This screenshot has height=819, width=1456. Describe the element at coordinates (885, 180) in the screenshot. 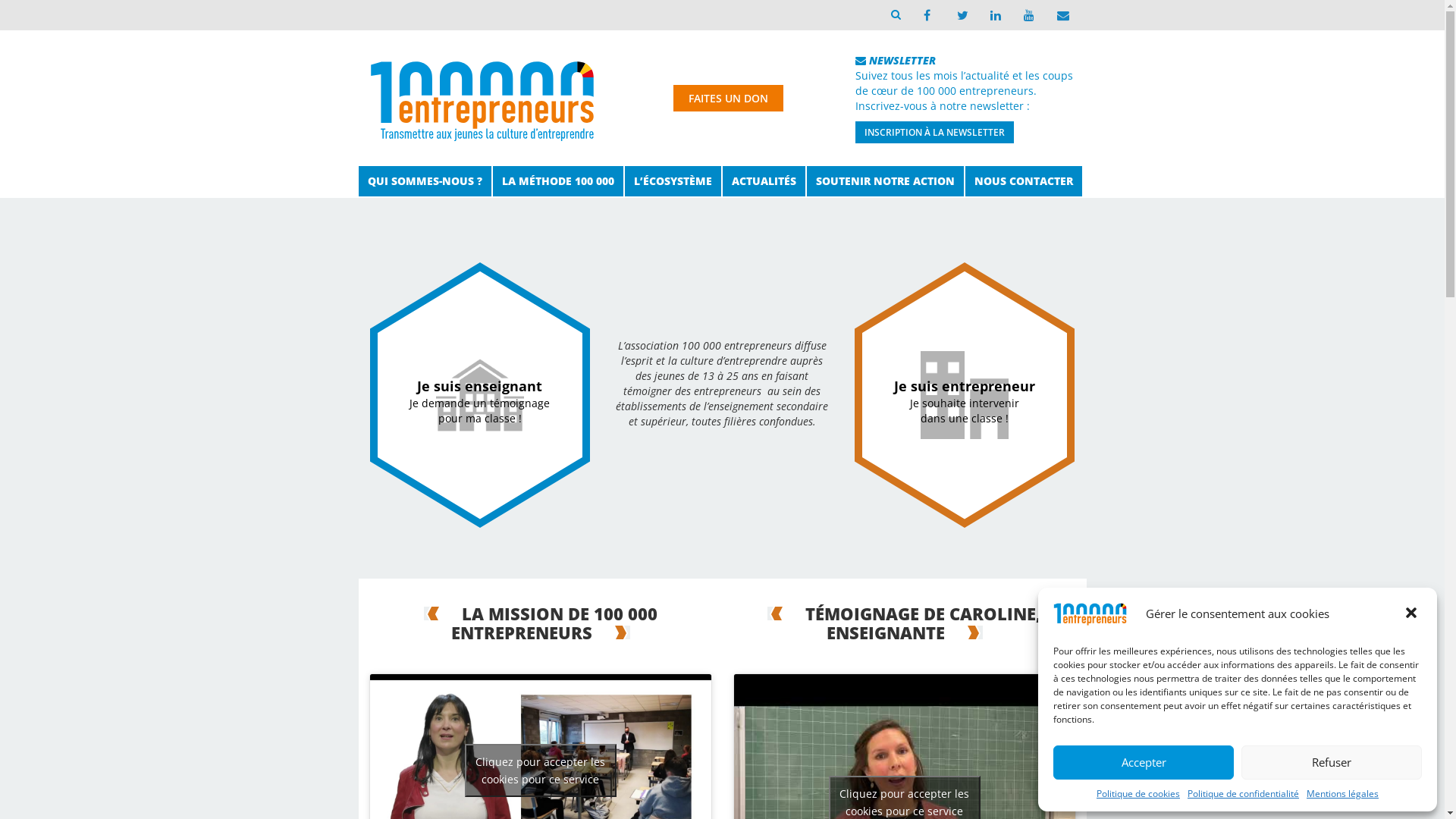

I see `'SOUTENIR NOTRE ACTION'` at that location.